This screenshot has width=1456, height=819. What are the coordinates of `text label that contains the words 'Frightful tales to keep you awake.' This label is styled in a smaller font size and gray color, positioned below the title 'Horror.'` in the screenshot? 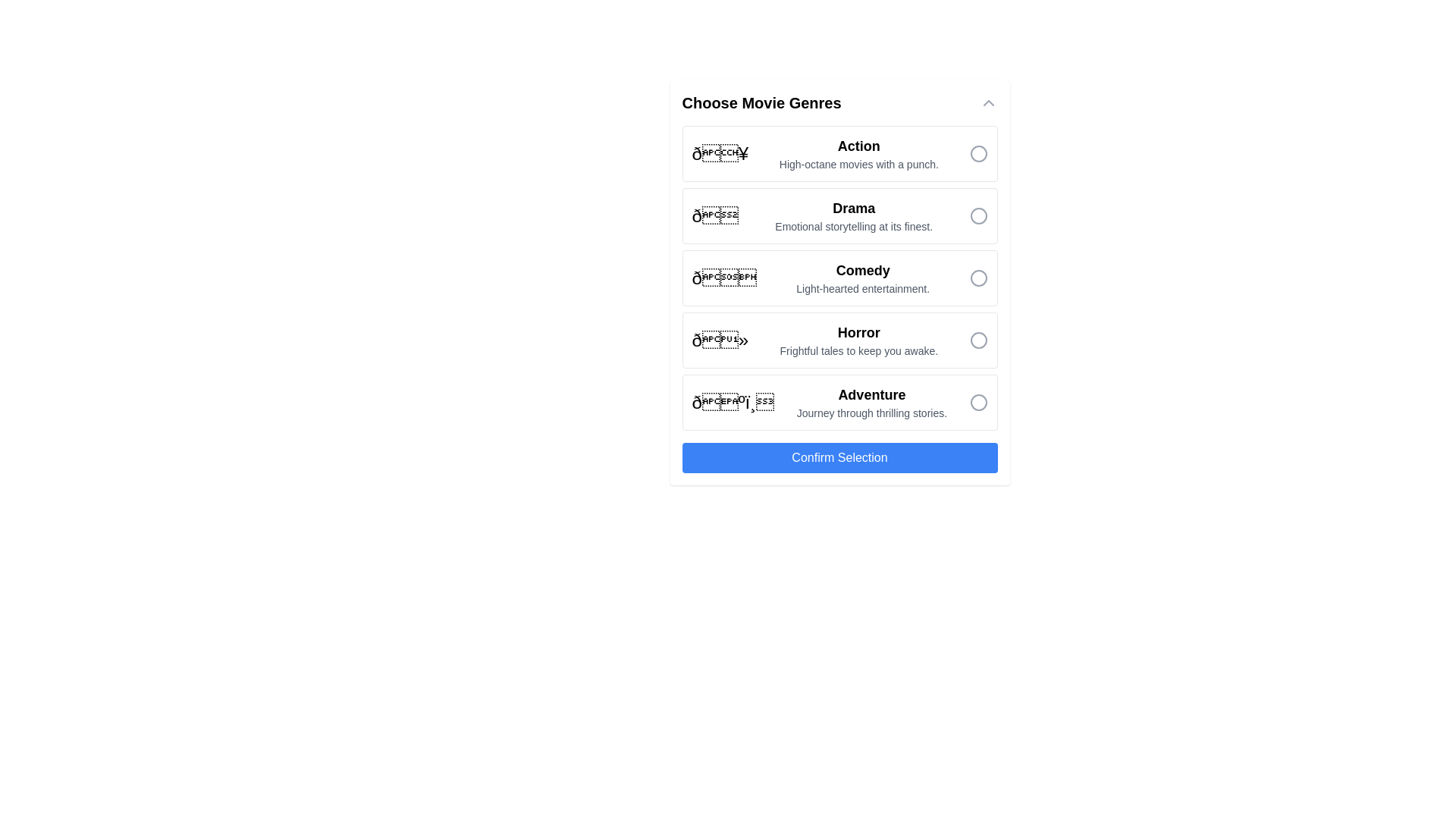 It's located at (858, 350).